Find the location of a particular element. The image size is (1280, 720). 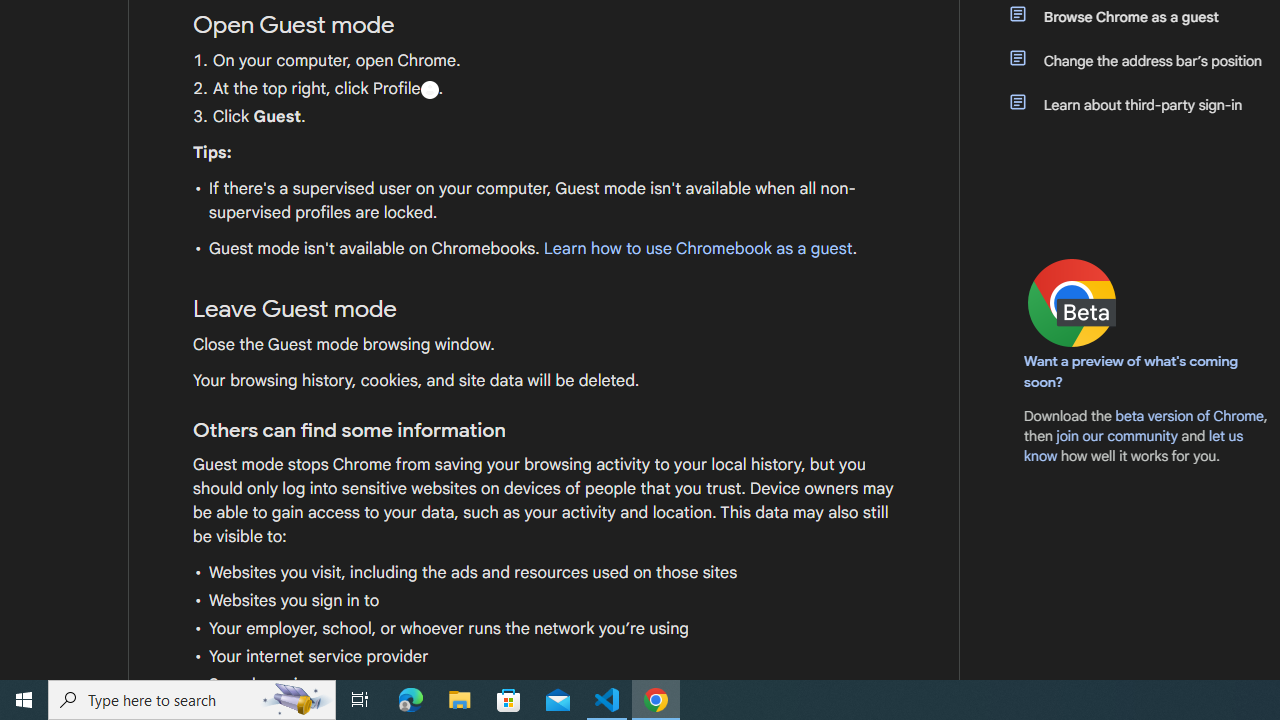

'Learn how to use Chromebook as a guest' is located at coordinates (697, 248).